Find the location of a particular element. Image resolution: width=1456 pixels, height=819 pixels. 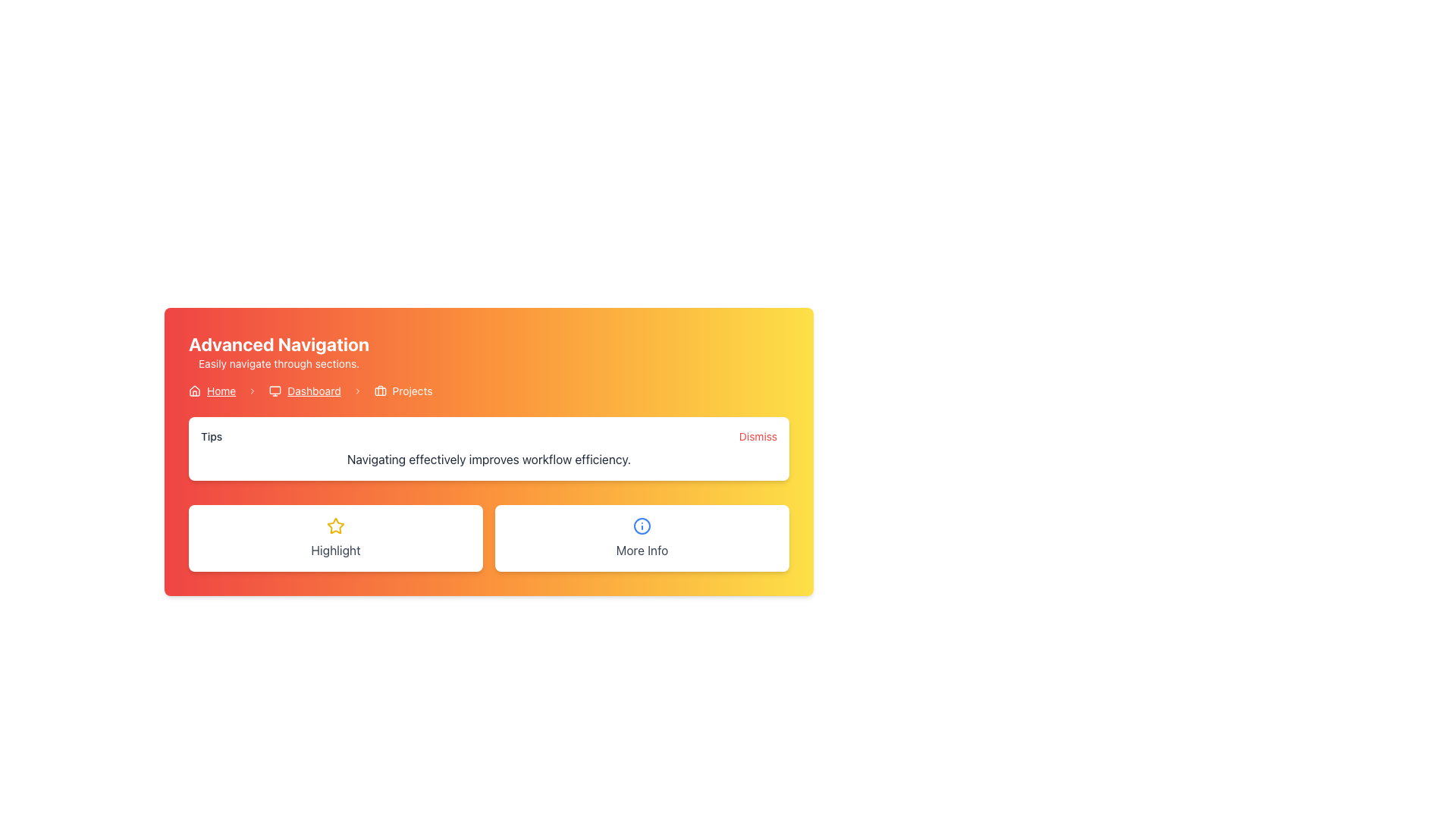

the descriptive text label located at the bottom center of its card component on the right side of the options section is located at coordinates (642, 550).